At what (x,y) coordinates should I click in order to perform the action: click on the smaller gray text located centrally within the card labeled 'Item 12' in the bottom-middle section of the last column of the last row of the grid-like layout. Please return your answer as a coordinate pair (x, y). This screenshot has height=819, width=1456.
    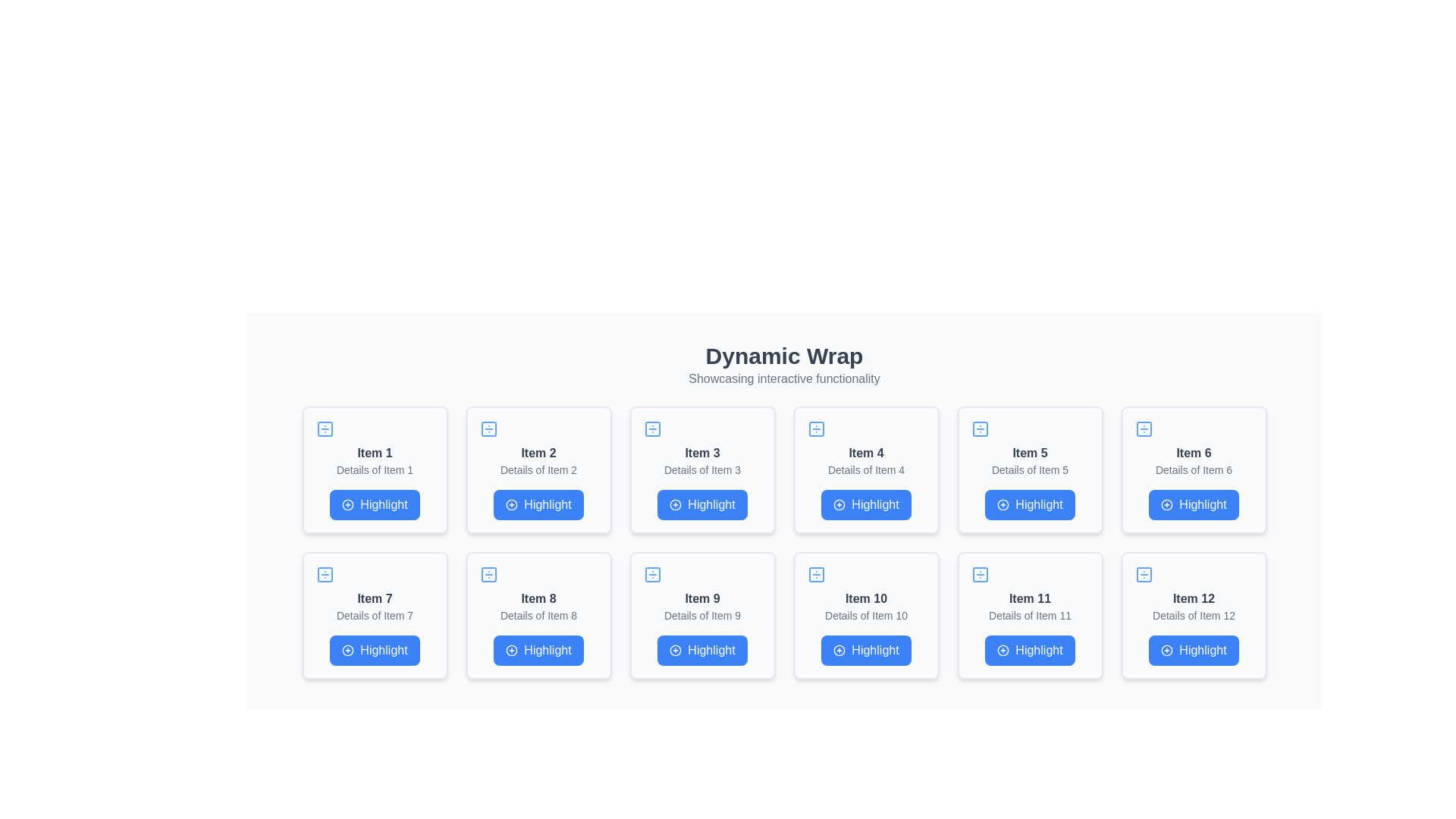
    Looking at the image, I should click on (1193, 616).